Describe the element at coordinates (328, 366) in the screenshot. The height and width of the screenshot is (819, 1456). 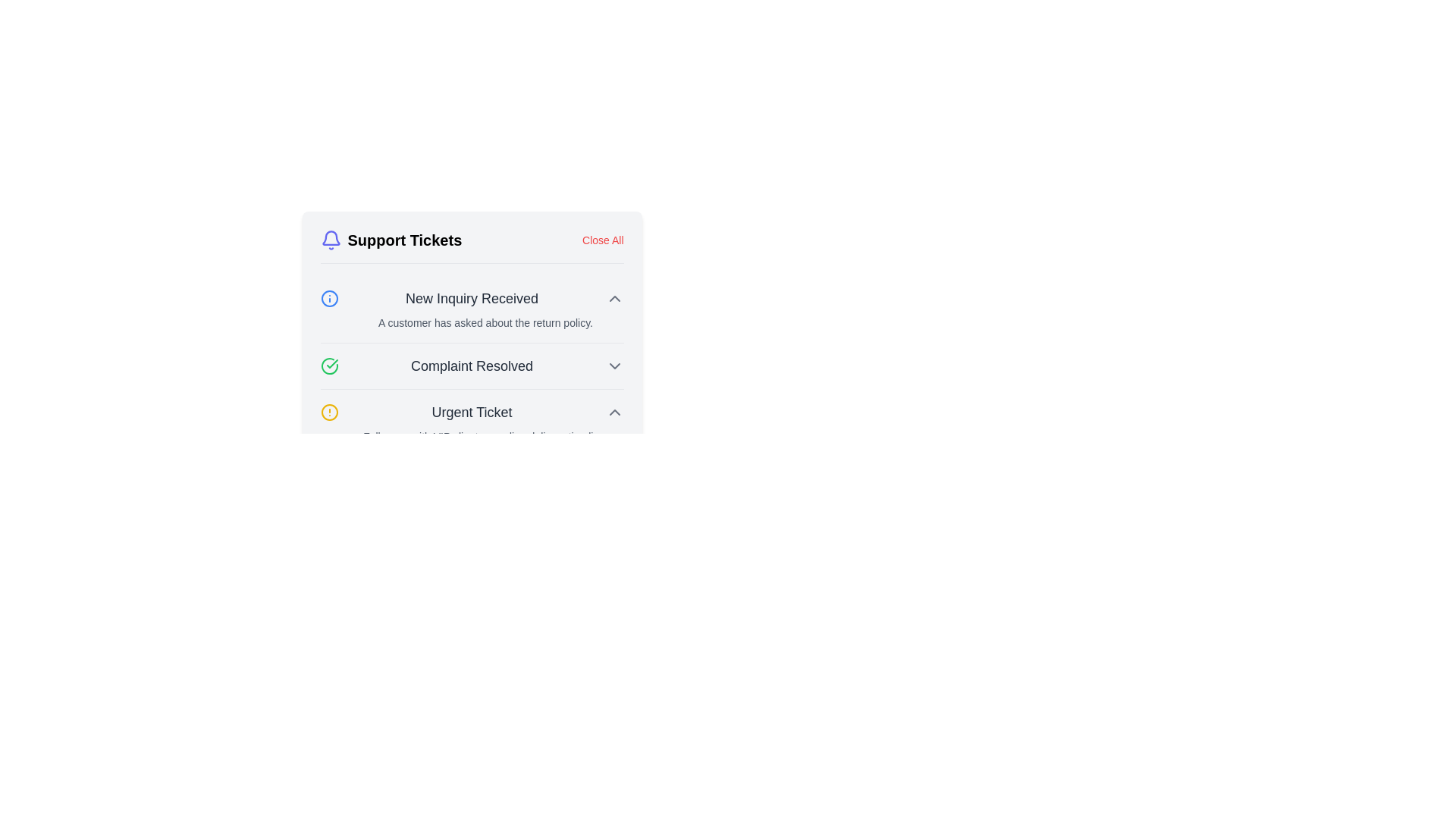
I see `the resolution status icon located to the left of the 'Complaint Resolved' label in the support tickets list` at that location.